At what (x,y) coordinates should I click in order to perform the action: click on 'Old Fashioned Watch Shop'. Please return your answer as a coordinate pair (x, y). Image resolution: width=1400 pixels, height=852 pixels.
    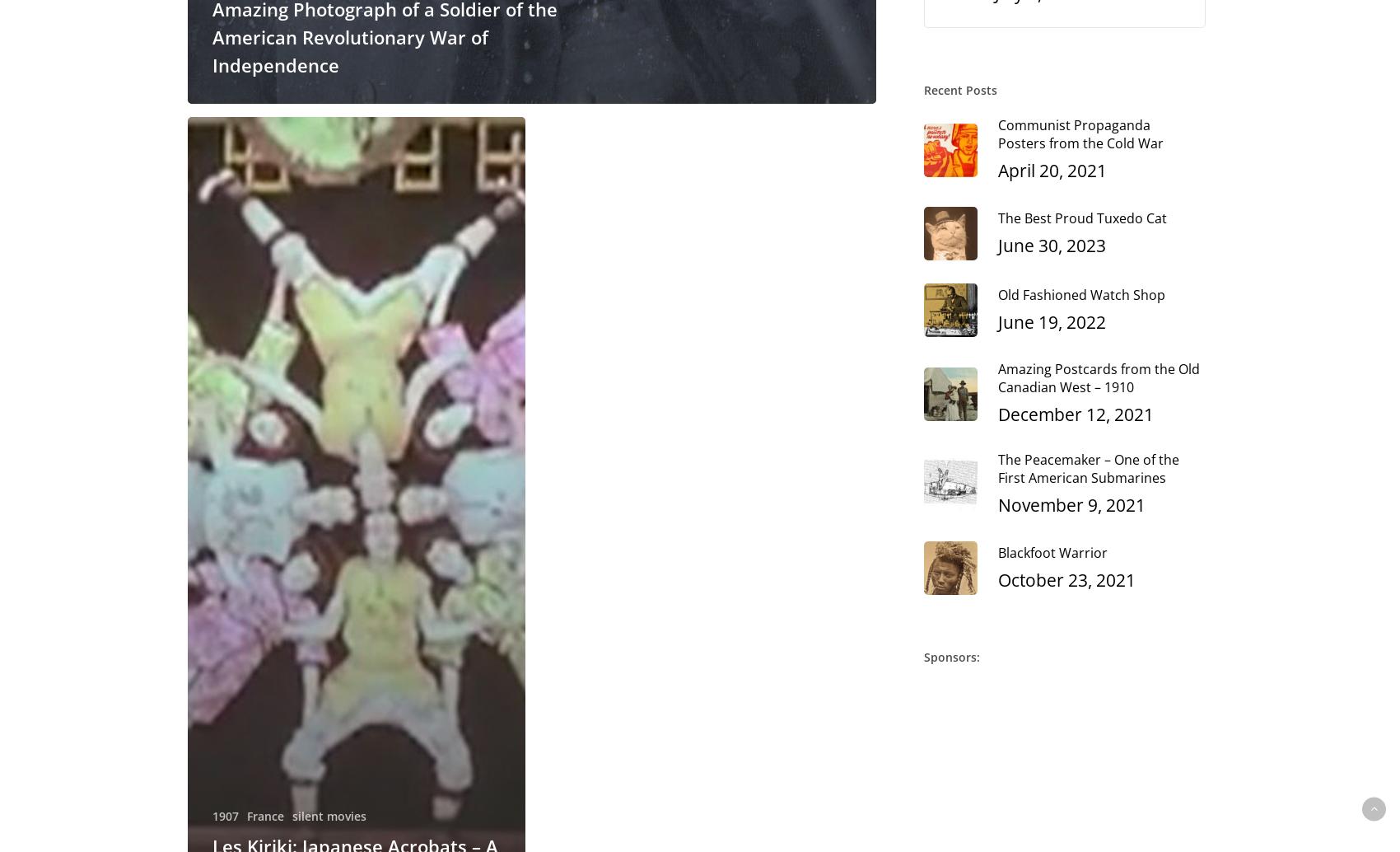
    Looking at the image, I should click on (996, 293).